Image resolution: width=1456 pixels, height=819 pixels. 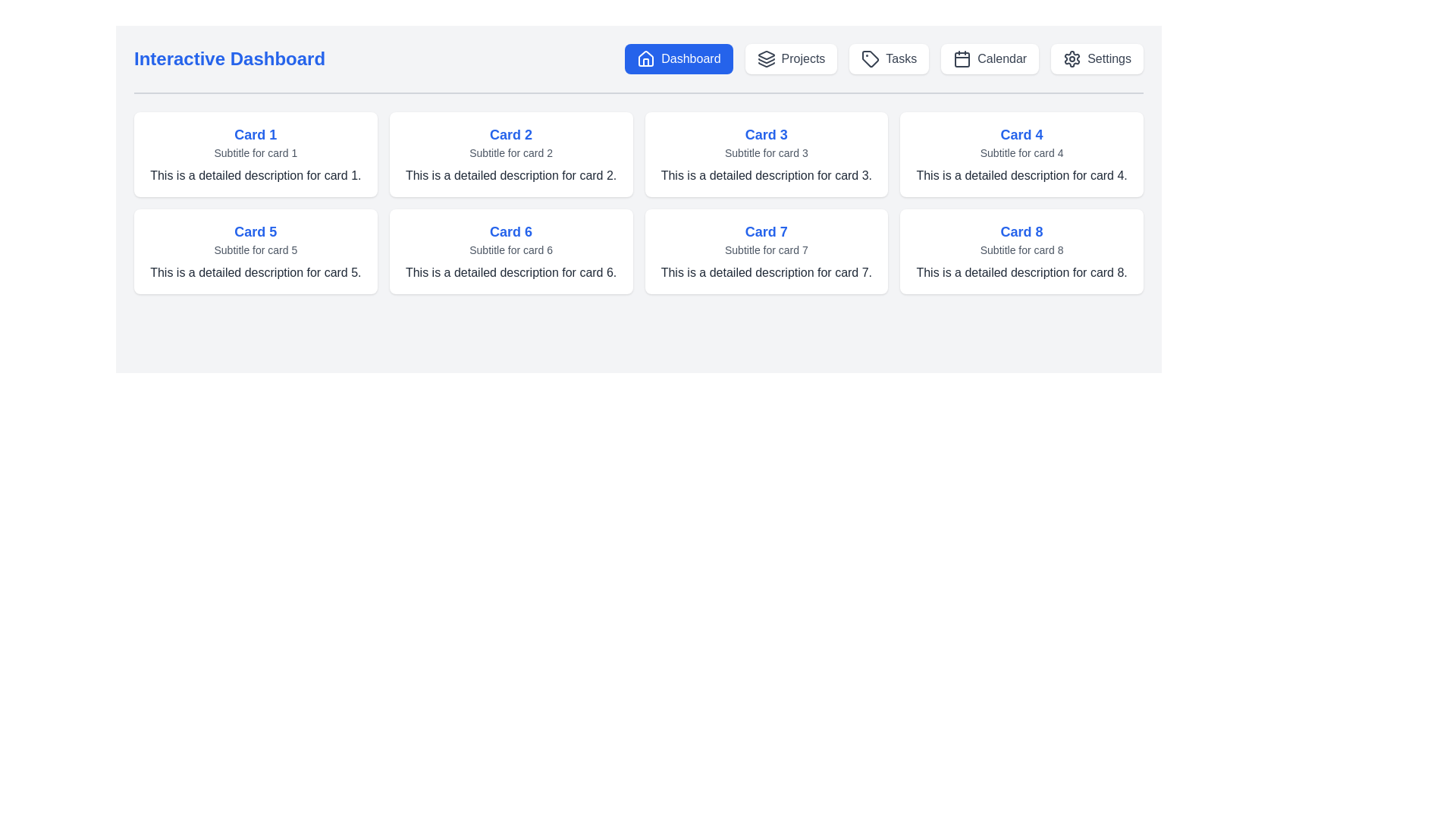 What do you see at coordinates (766, 133) in the screenshot?
I see `the text label 'Card 3' which is styled with a bold, large blue font and positioned at the top of the third card in a grid layout` at bounding box center [766, 133].